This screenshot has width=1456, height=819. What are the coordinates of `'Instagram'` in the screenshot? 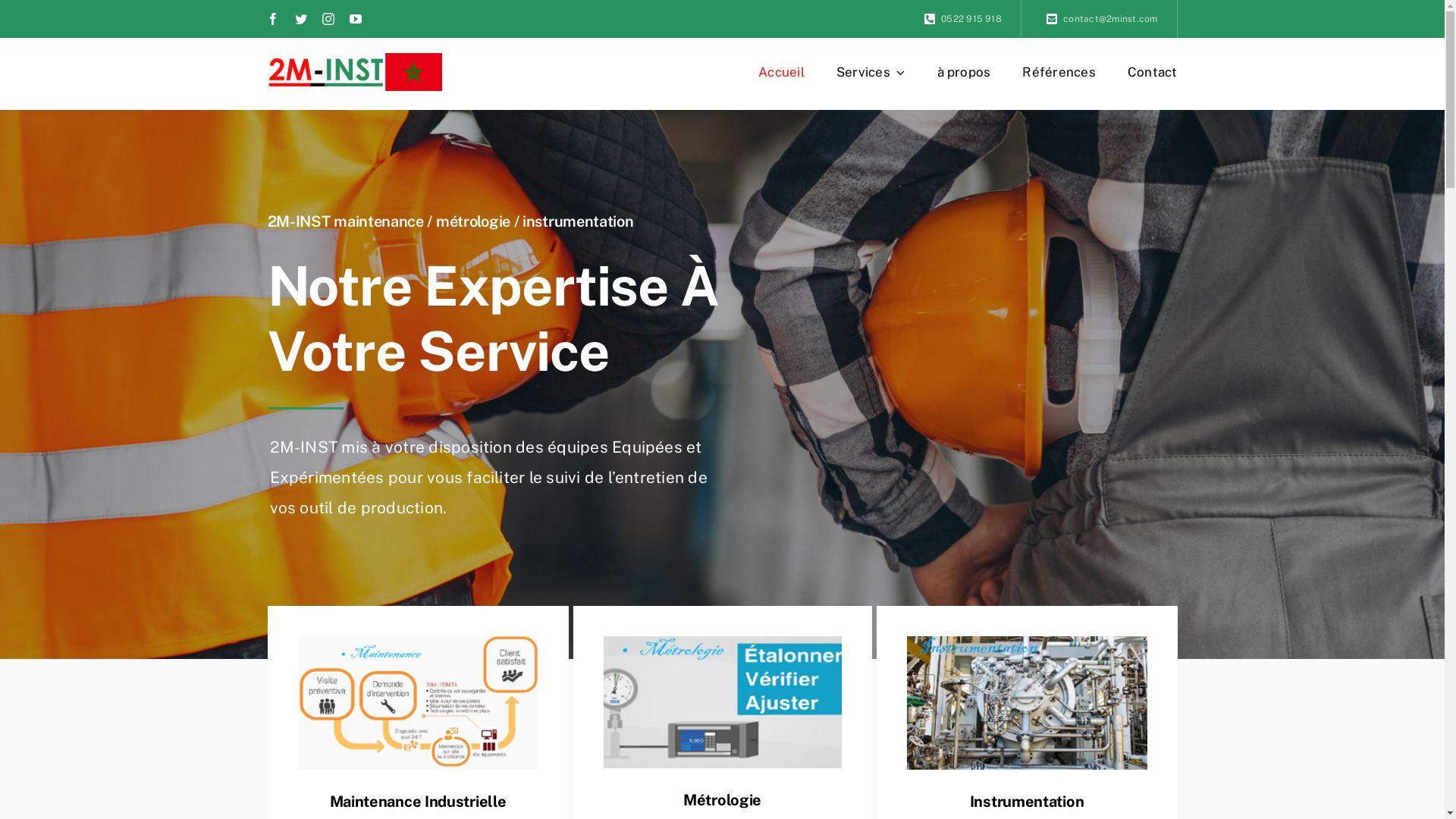 It's located at (327, 18).